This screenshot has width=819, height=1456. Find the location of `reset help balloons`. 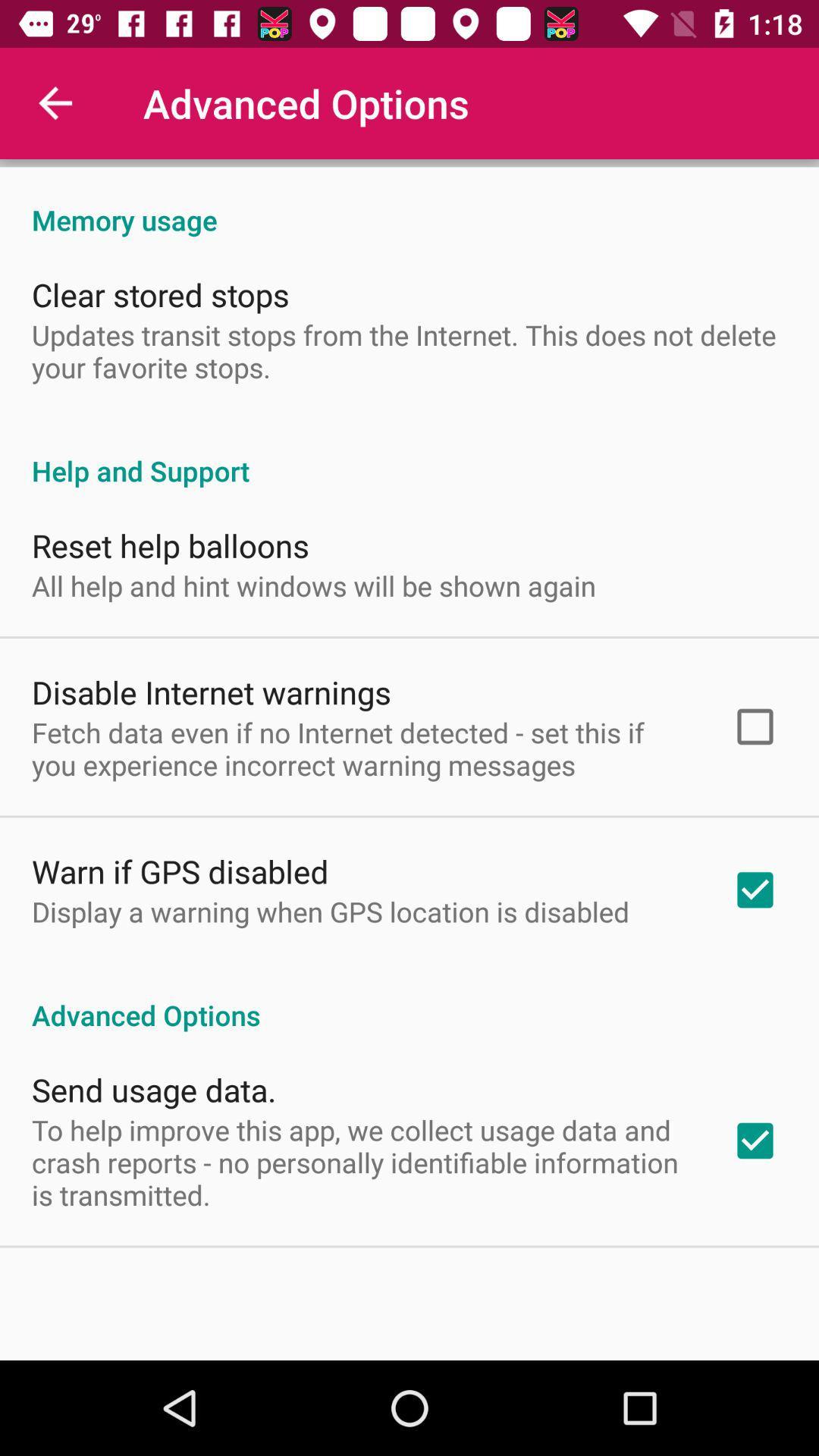

reset help balloons is located at coordinates (170, 545).